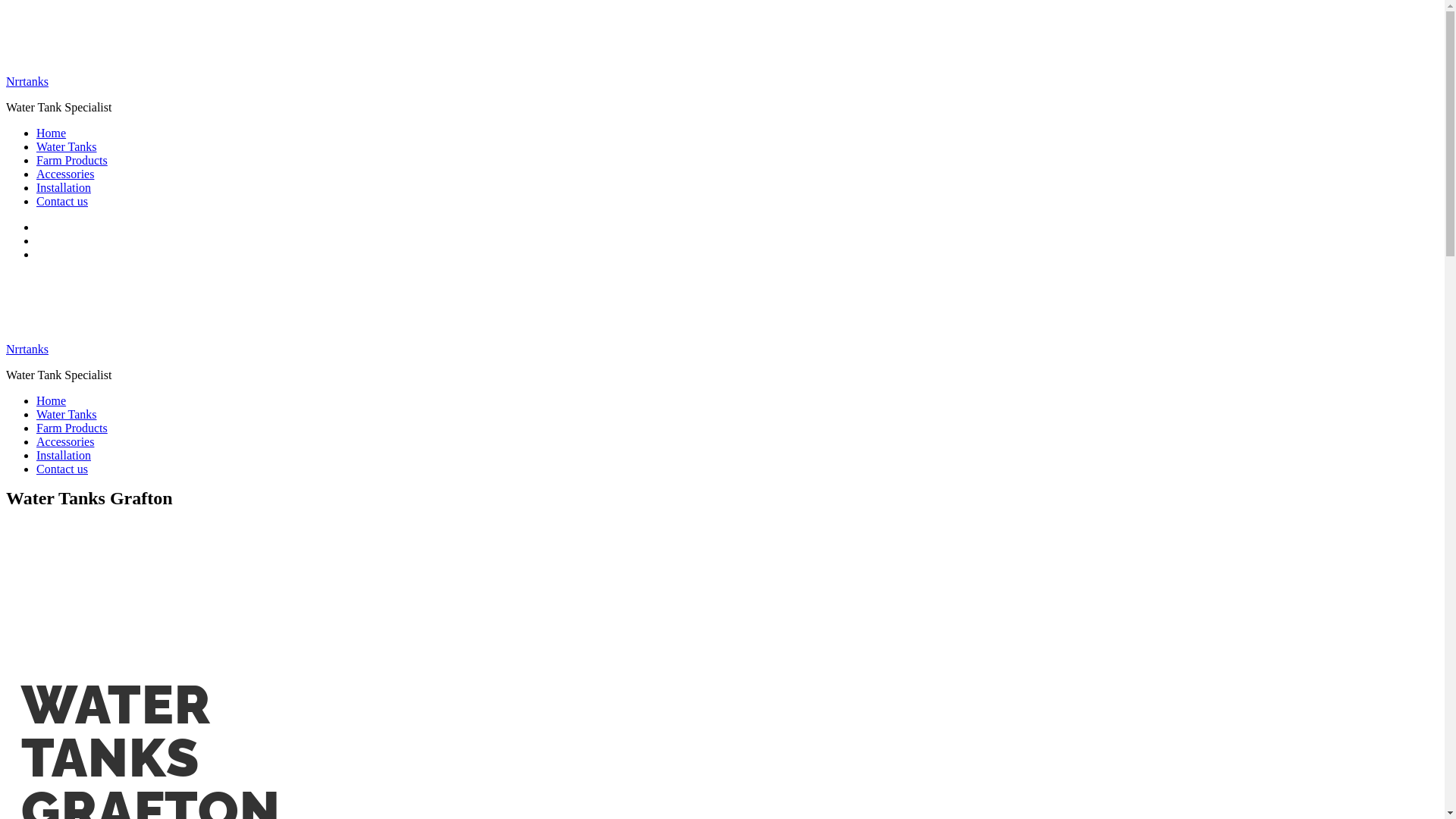 The width and height of the screenshot is (1456, 819). I want to click on 'Water Tanks', so click(65, 414).